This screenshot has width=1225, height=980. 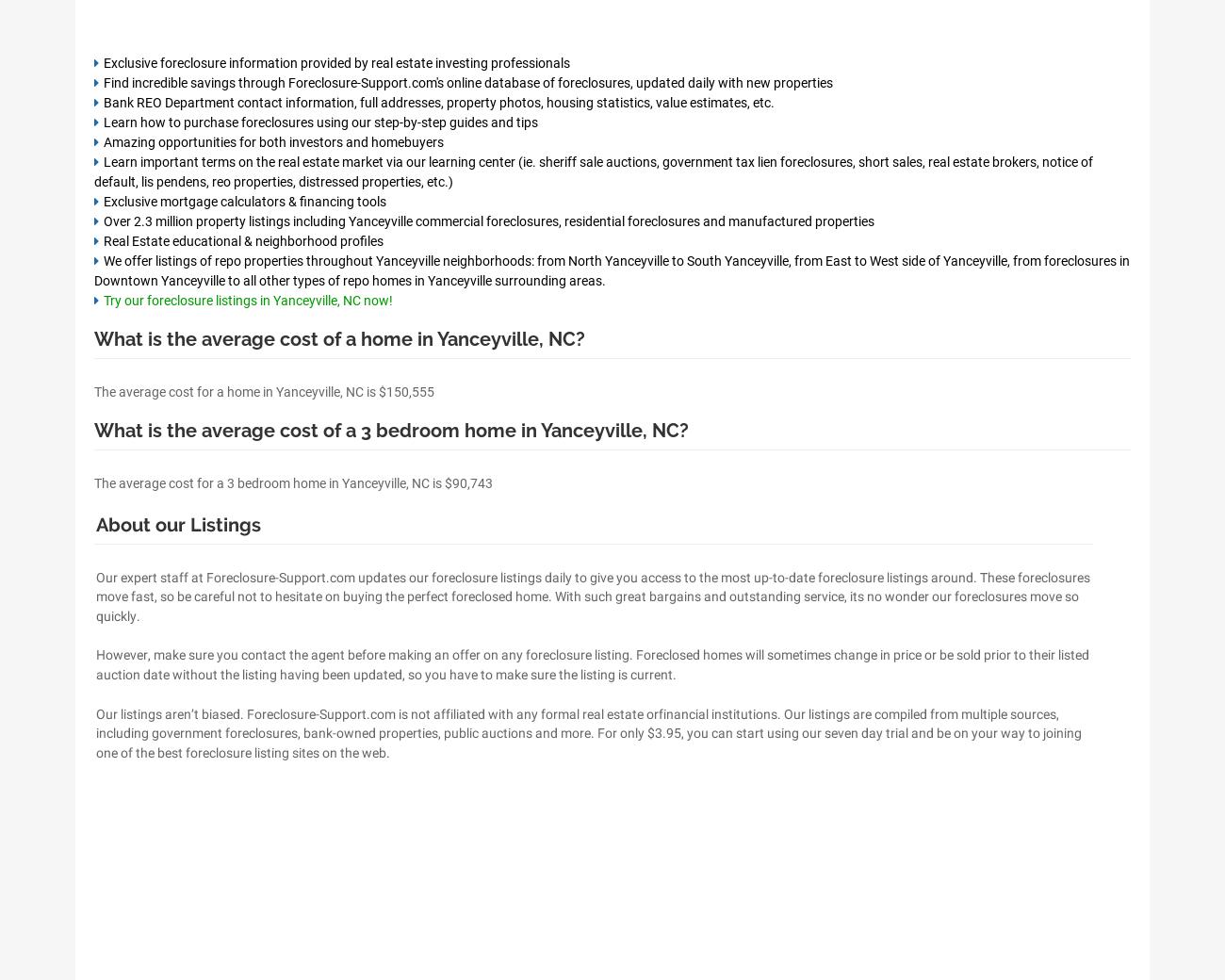 What do you see at coordinates (242, 240) in the screenshot?
I see `'Real Estate educational & neighborhood profiles'` at bounding box center [242, 240].